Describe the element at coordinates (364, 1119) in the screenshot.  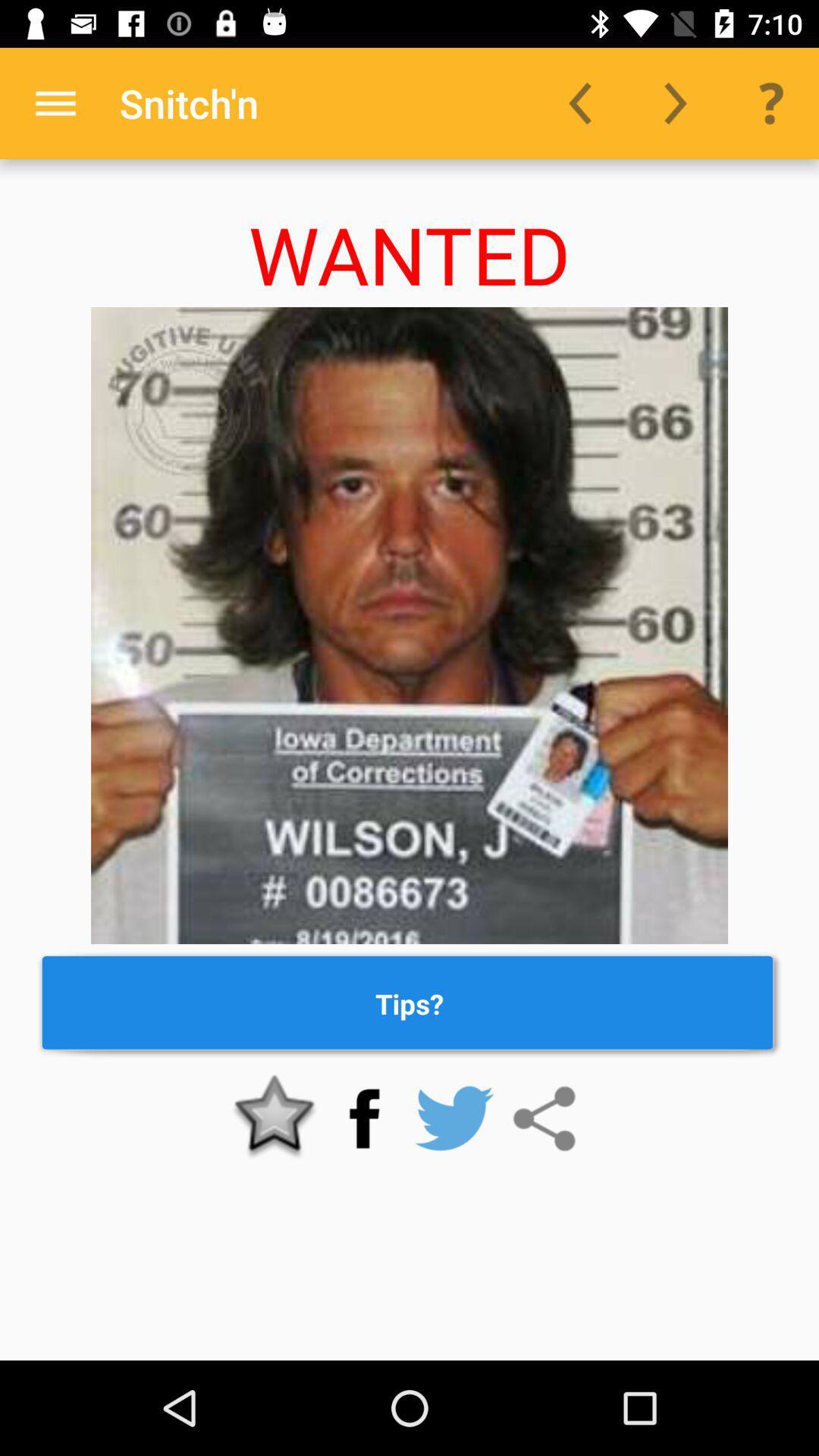
I see `share on facebook` at that location.